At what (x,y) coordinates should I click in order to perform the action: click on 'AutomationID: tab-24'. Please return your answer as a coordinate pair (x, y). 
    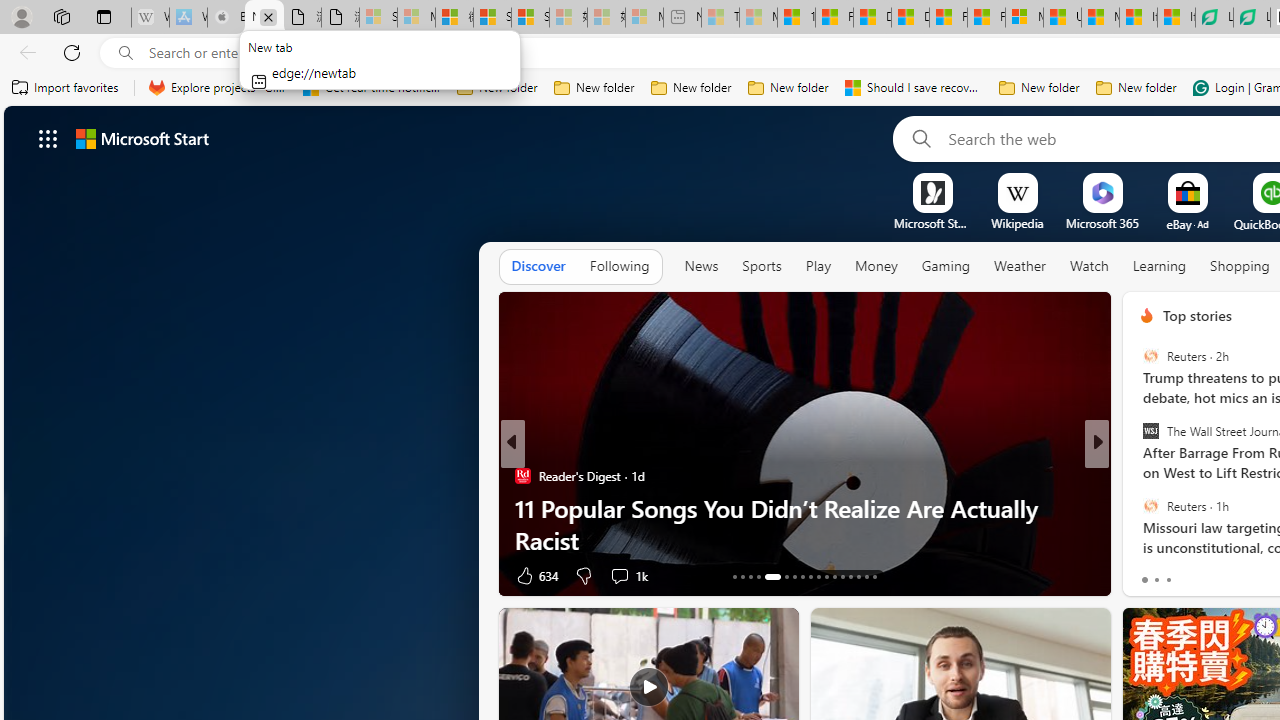
    Looking at the image, I should click on (833, 577).